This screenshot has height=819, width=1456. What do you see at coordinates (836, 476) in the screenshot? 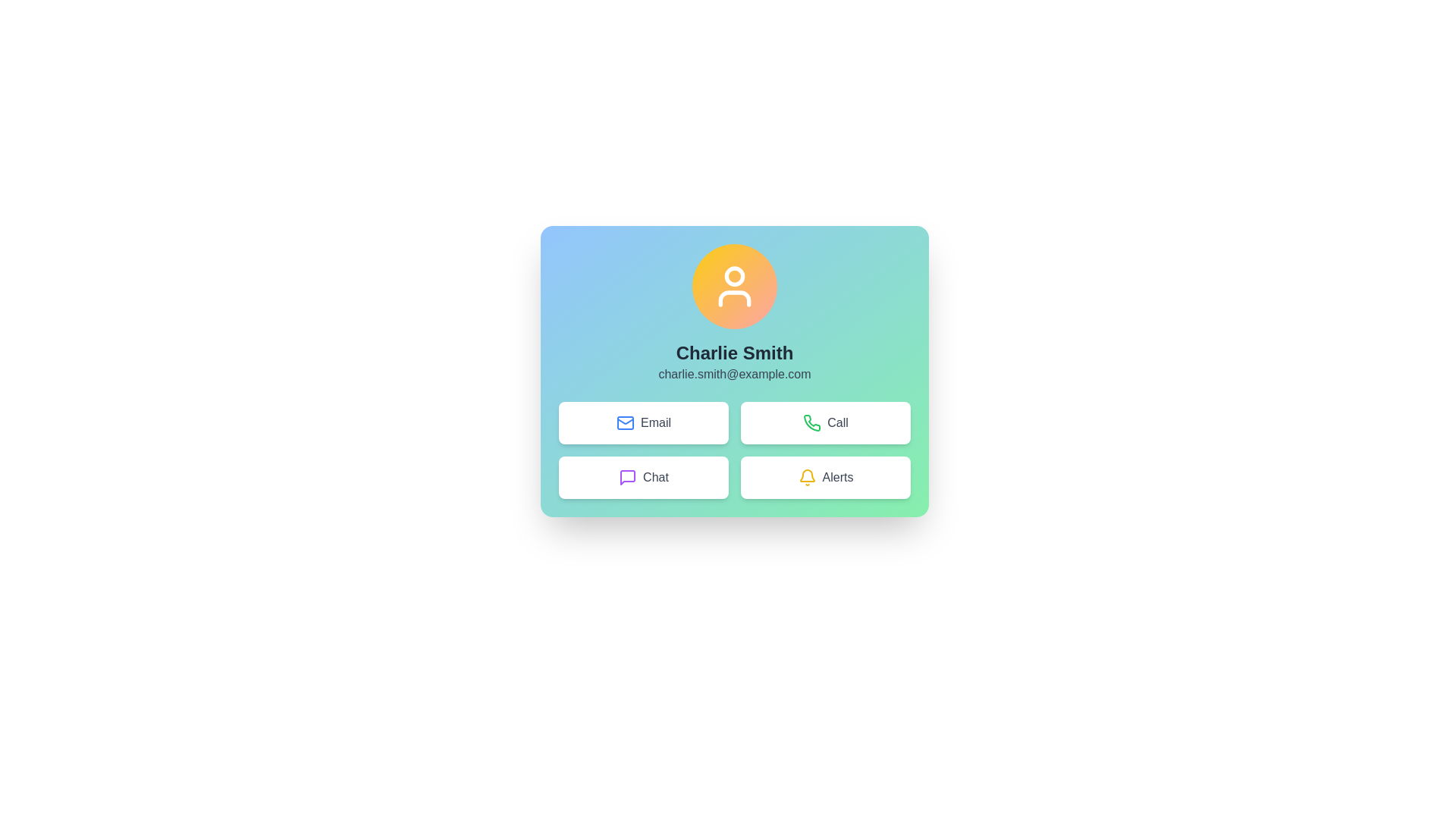
I see `text 'Alerts' displayed in gray color next to a yellow bell icon within a white background card` at bounding box center [836, 476].